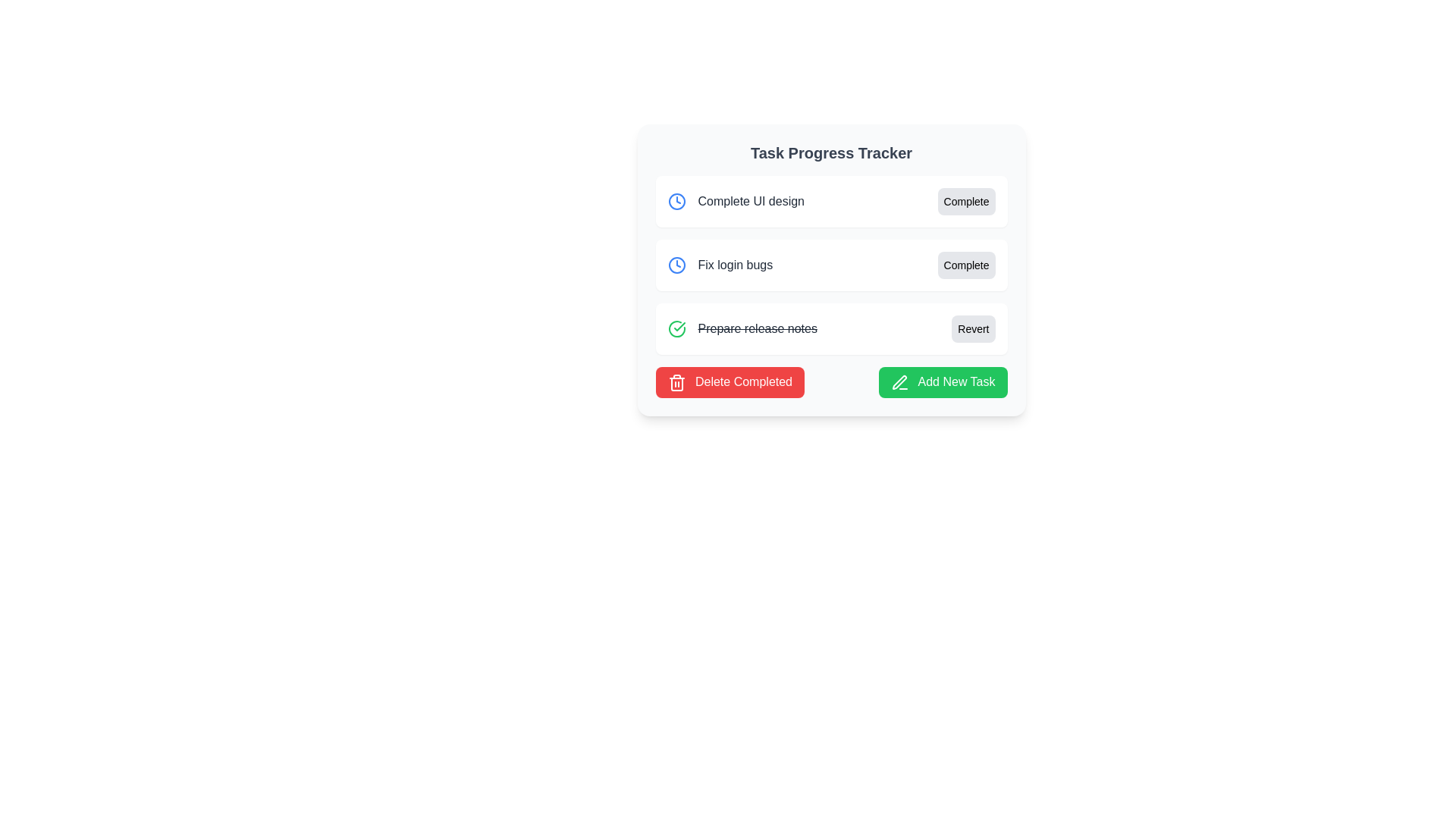 The width and height of the screenshot is (1456, 819). I want to click on the text label located in the first task row of the task tracker UI, which follows the clock icon and precedes the 'Complete' button, so click(751, 201).